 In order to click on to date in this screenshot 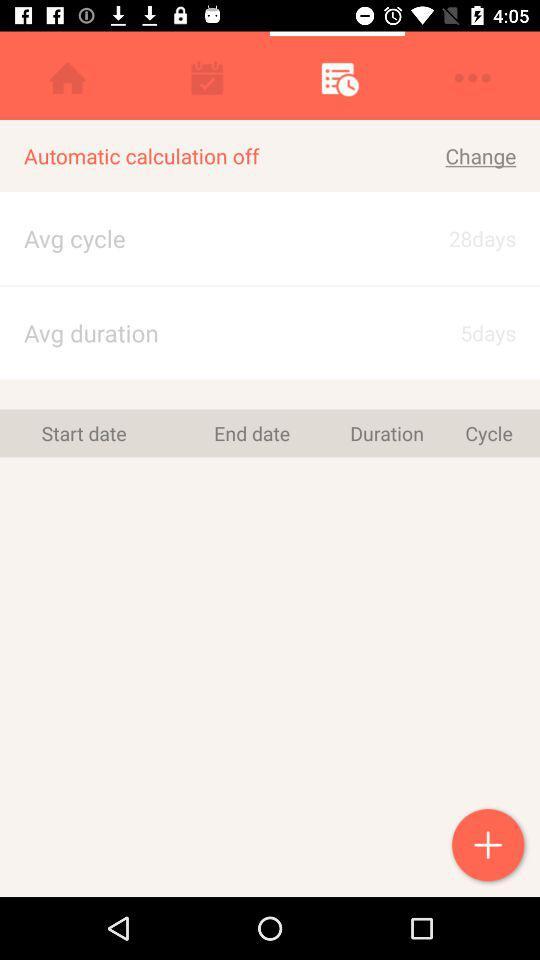, I will do `click(489, 846)`.